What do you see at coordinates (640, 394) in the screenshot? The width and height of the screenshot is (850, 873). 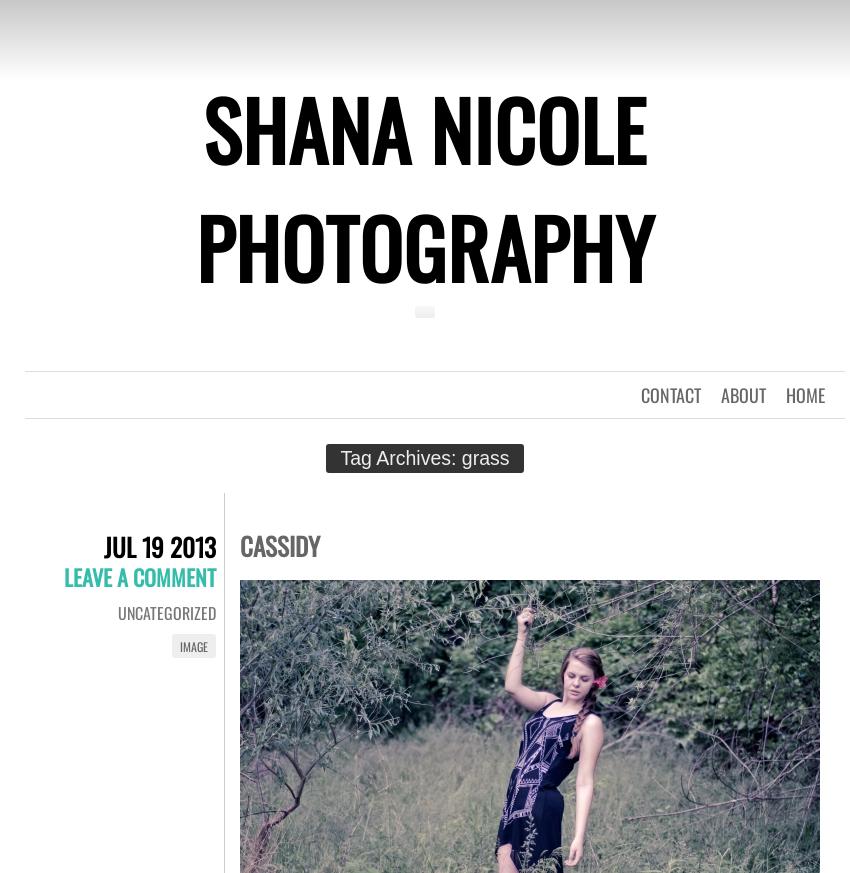 I see `'Contact'` at bounding box center [640, 394].